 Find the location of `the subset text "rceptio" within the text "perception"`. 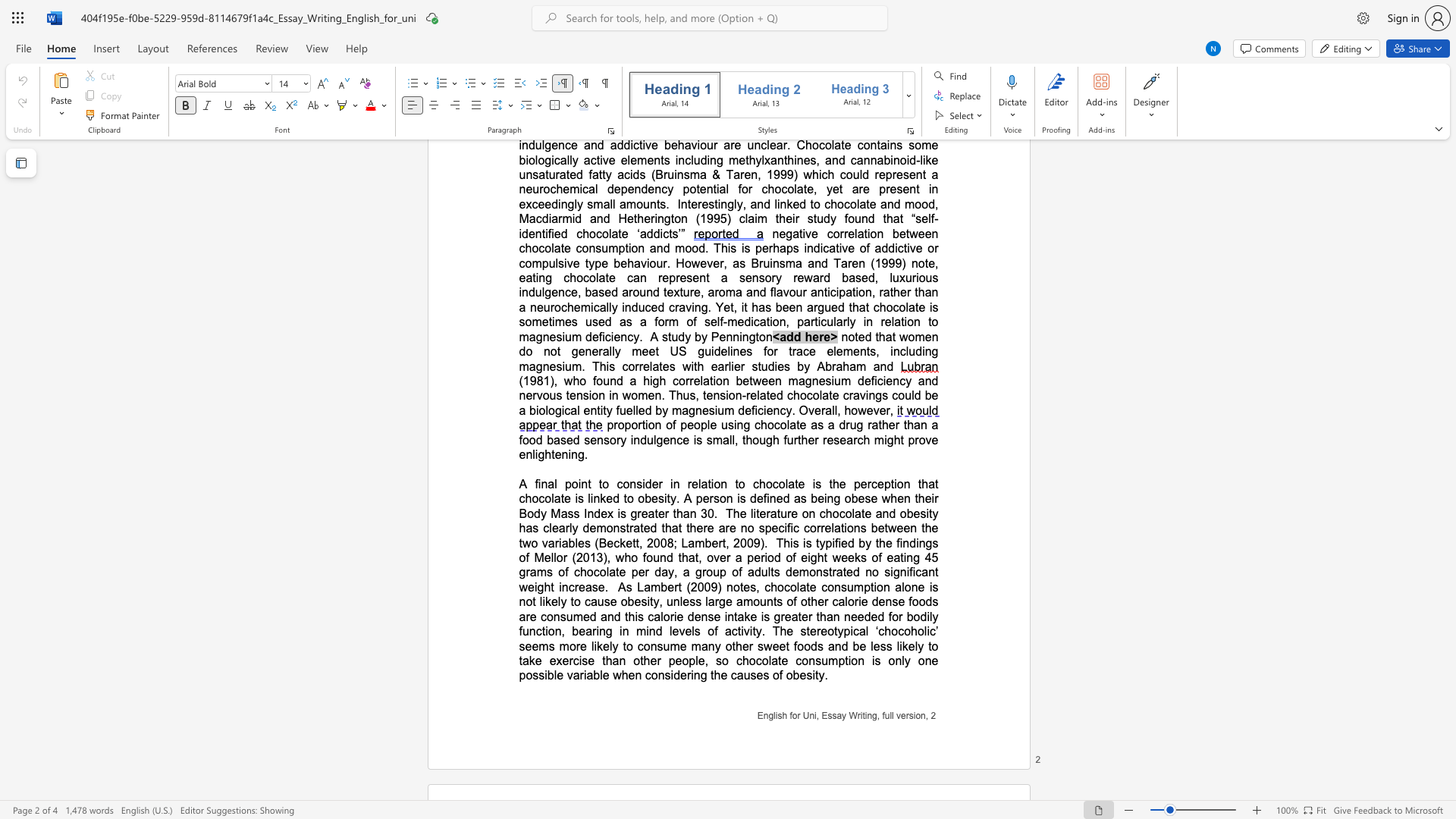

the subset text "rceptio" within the text "perception" is located at coordinates (867, 484).